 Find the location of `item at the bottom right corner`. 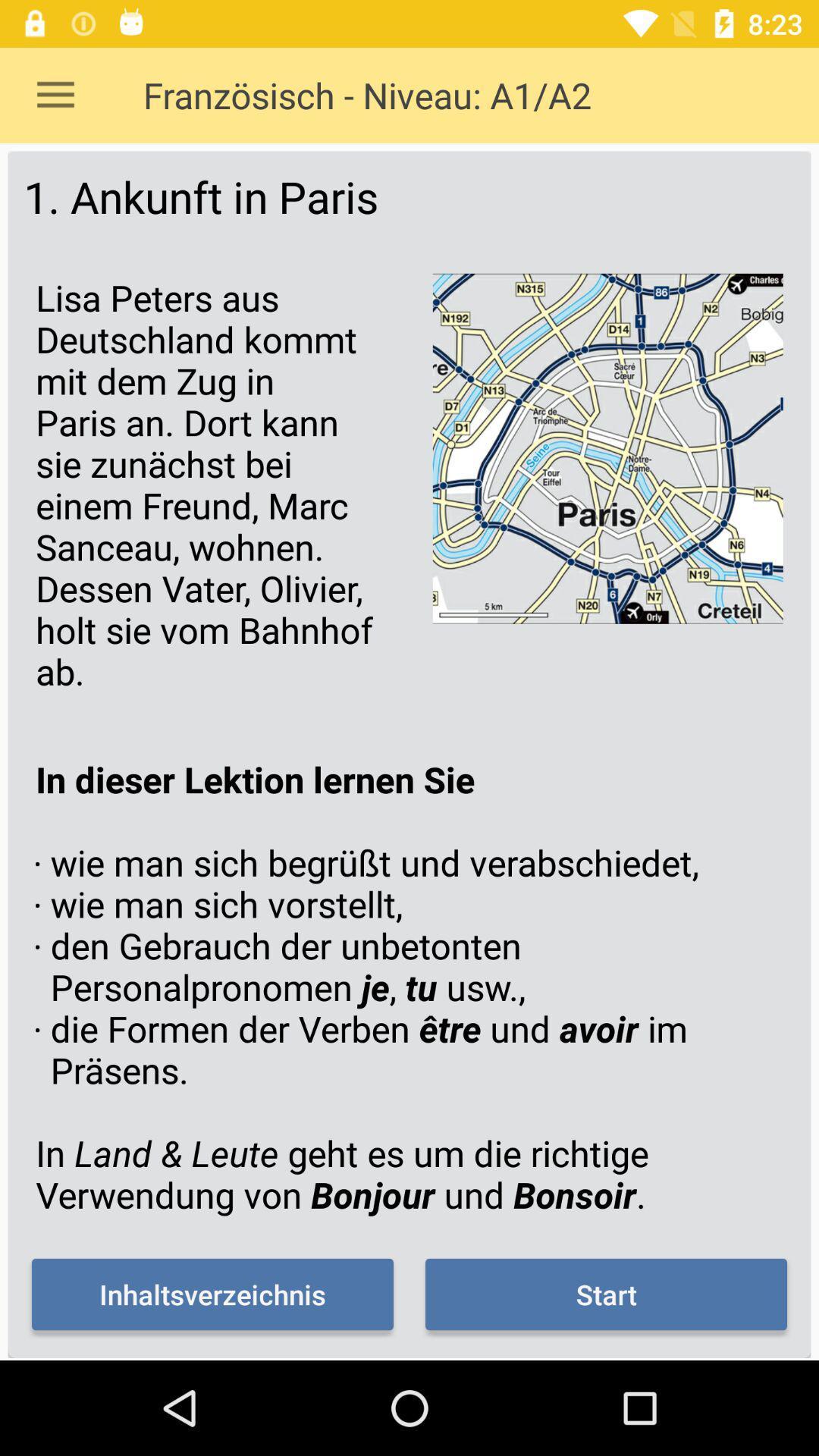

item at the bottom right corner is located at coordinates (605, 1294).